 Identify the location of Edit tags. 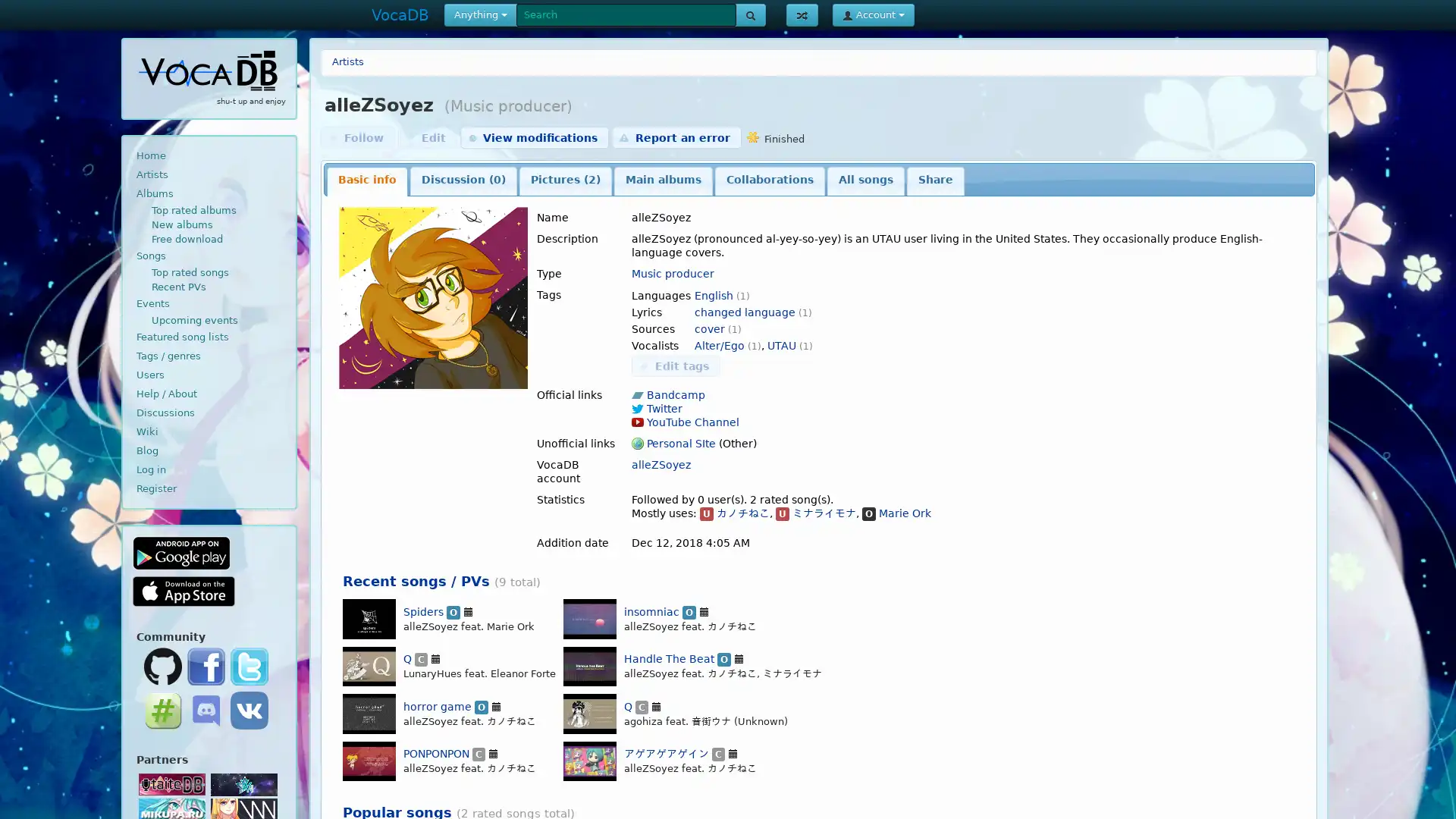
(675, 366).